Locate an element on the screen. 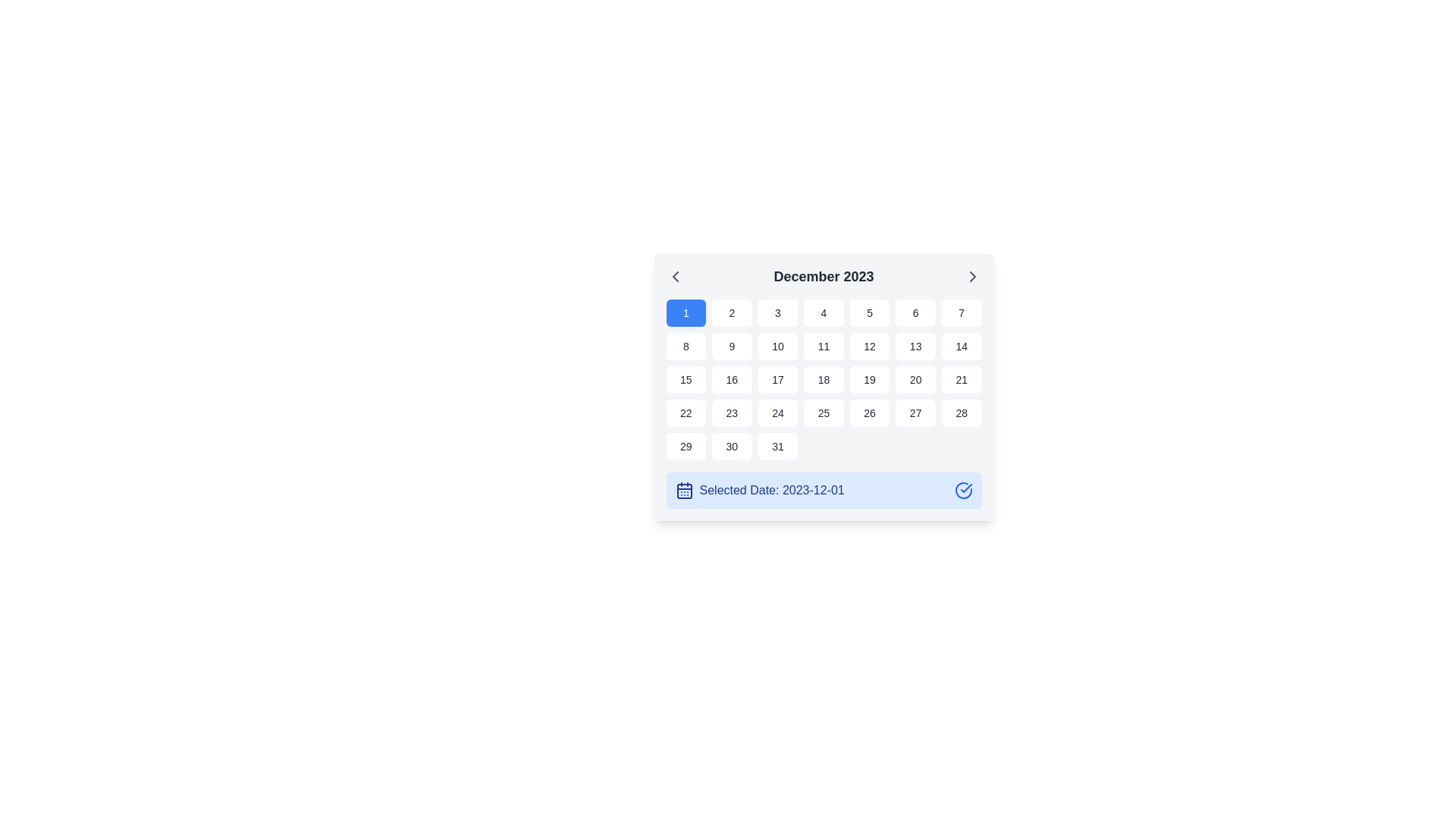 The width and height of the screenshot is (1456, 819). the rectangular button labeled '2' with a white background and rounded corners is located at coordinates (732, 312).